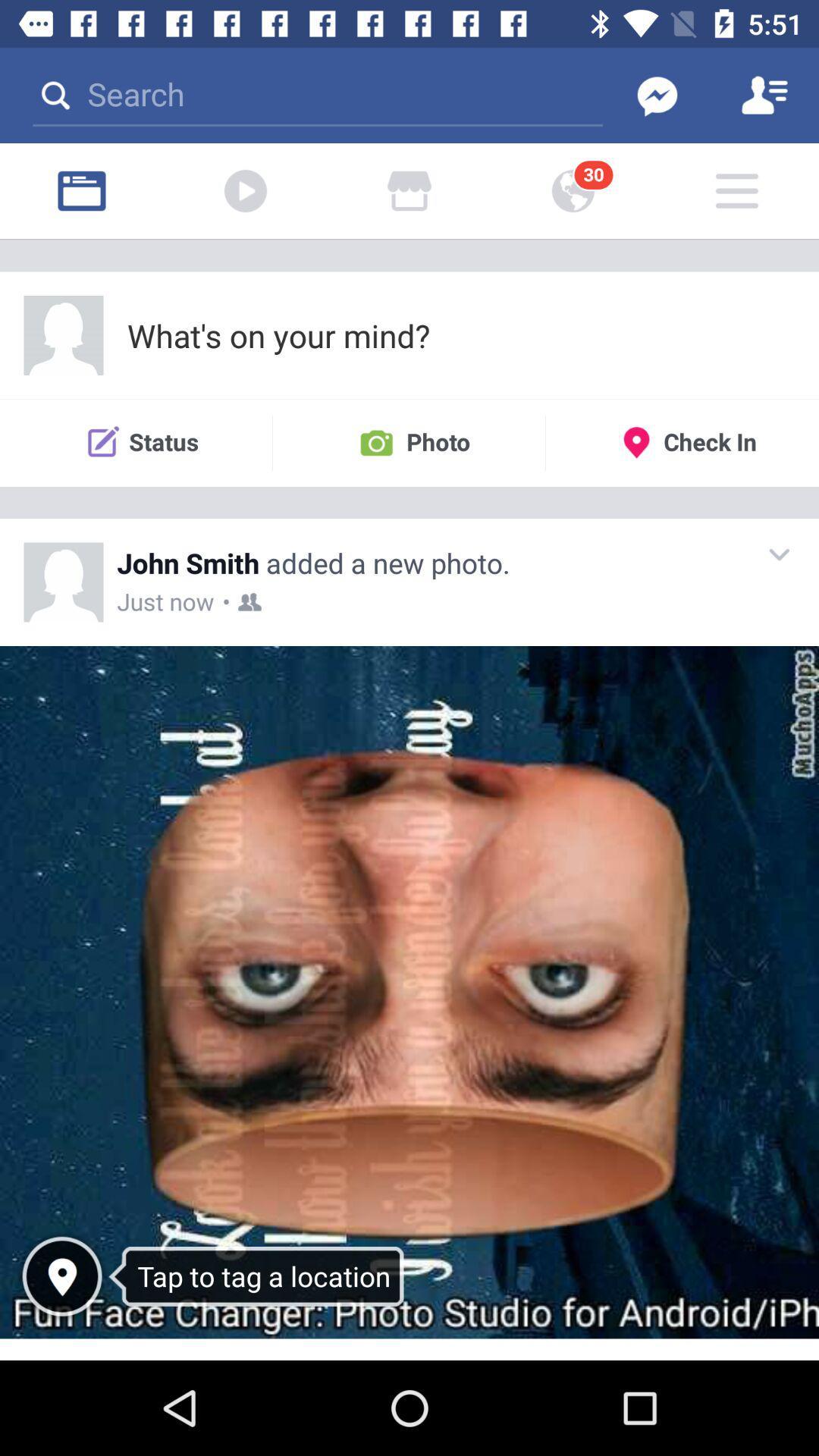 The image size is (819, 1456). Describe the element at coordinates (765, 94) in the screenshot. I see `profile button which is at top right side of the page` at that location.